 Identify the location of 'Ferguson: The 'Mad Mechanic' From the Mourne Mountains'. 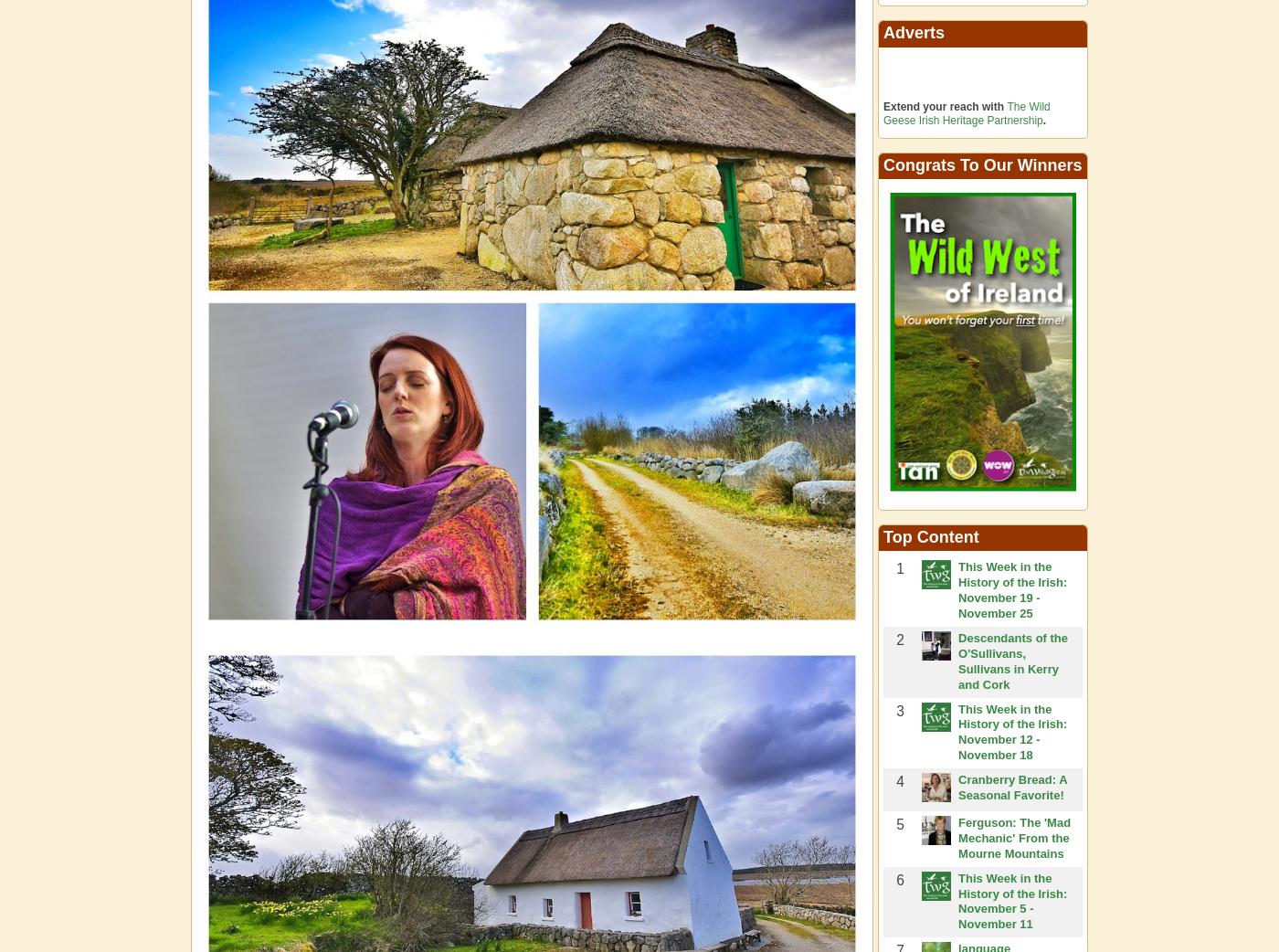
(1014, 836).